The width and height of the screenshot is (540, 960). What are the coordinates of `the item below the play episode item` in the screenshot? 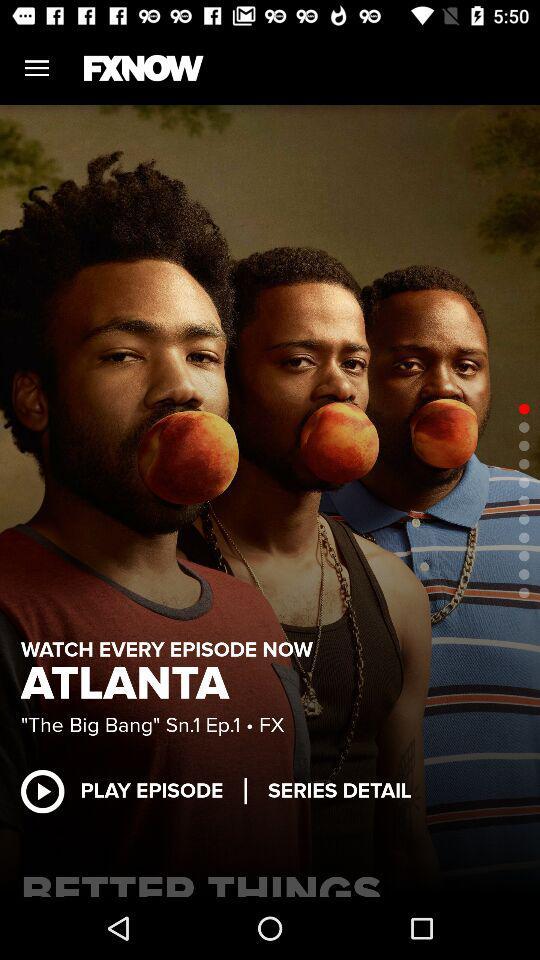 It's located at (270, 880).